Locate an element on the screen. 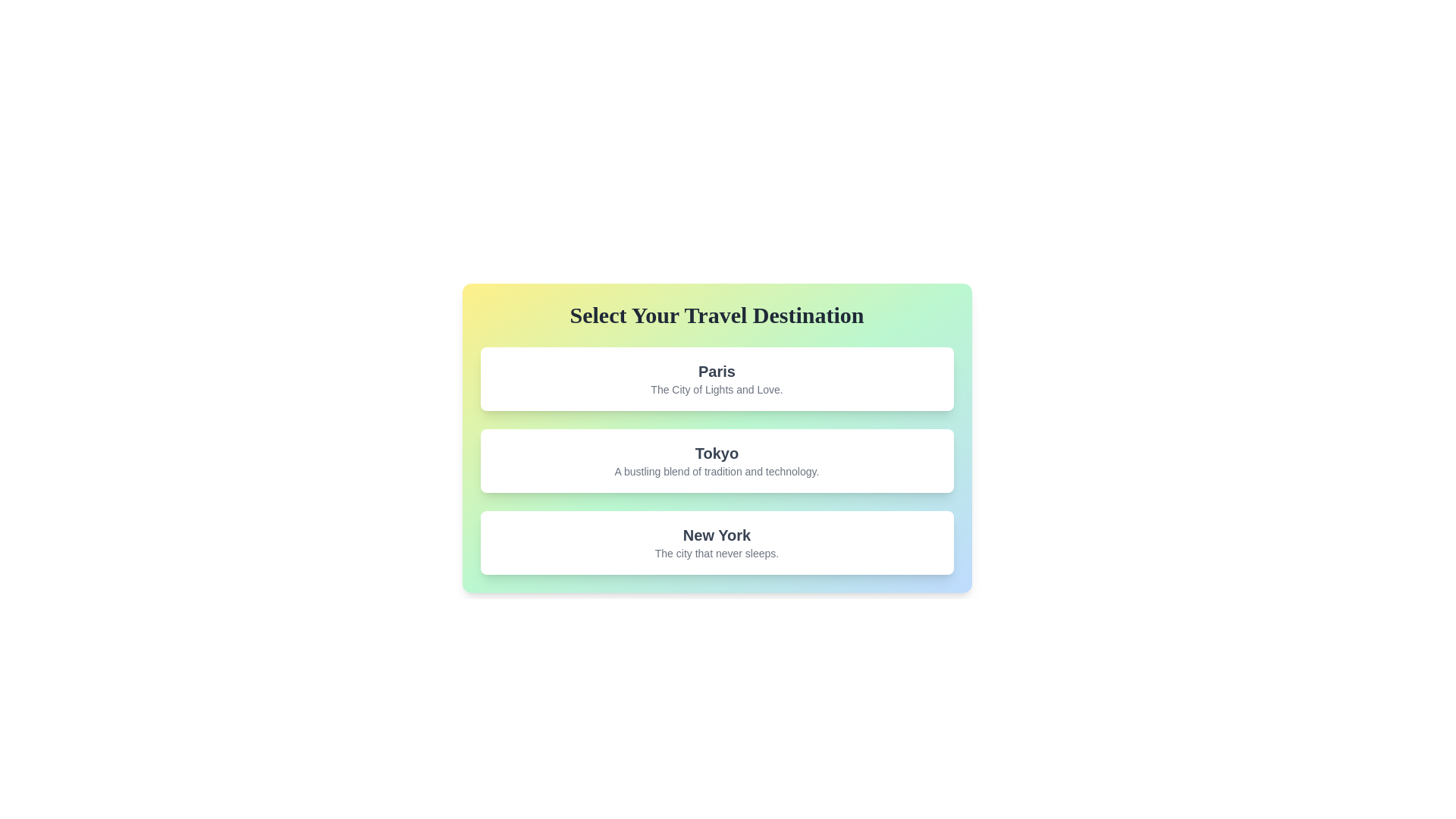  the card representing 'Tokyo' in the vertically stacked list of travel destinations is located at coordinates (716, 460).